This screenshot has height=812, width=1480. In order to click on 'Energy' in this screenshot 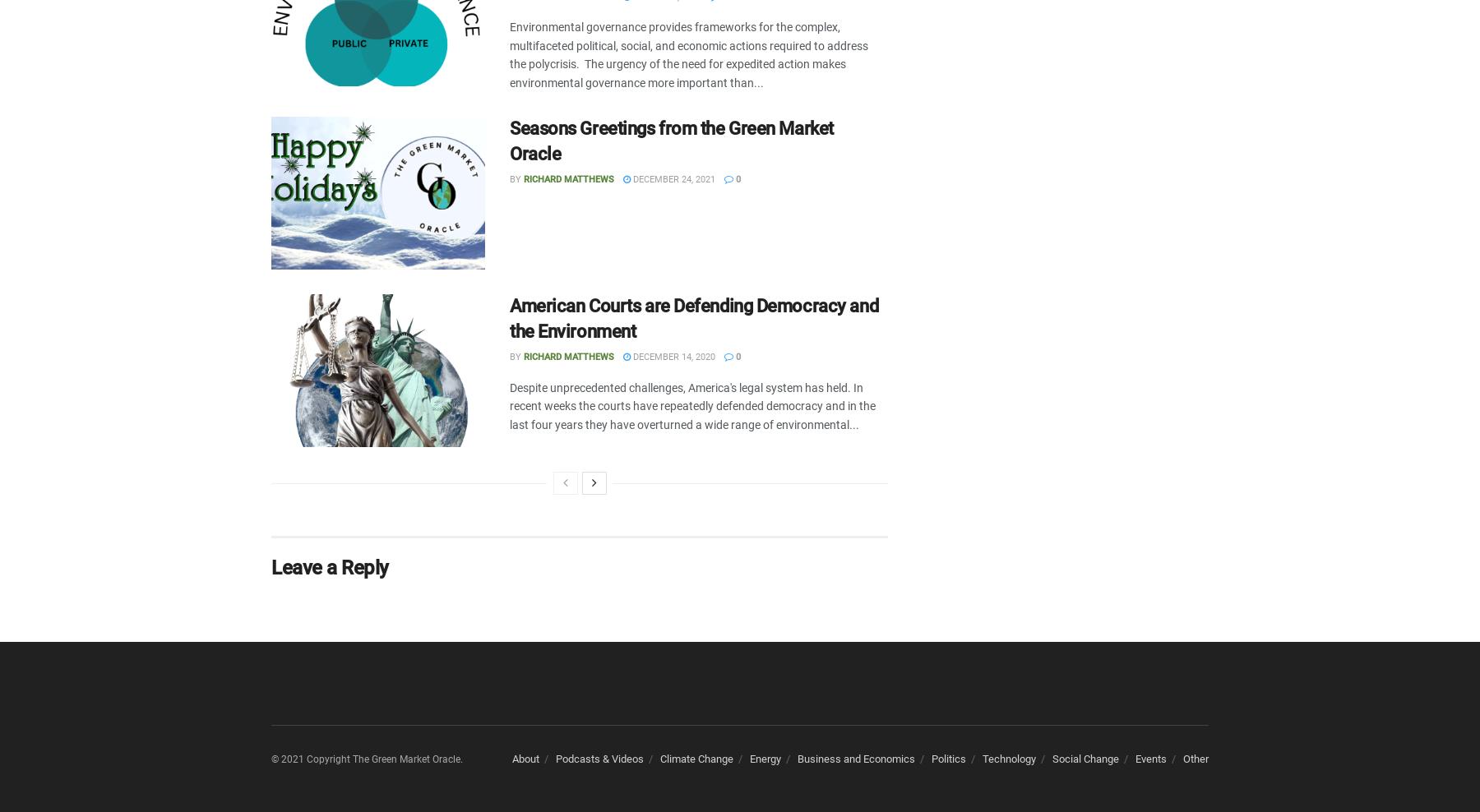, I will do `click(749, 757)`.